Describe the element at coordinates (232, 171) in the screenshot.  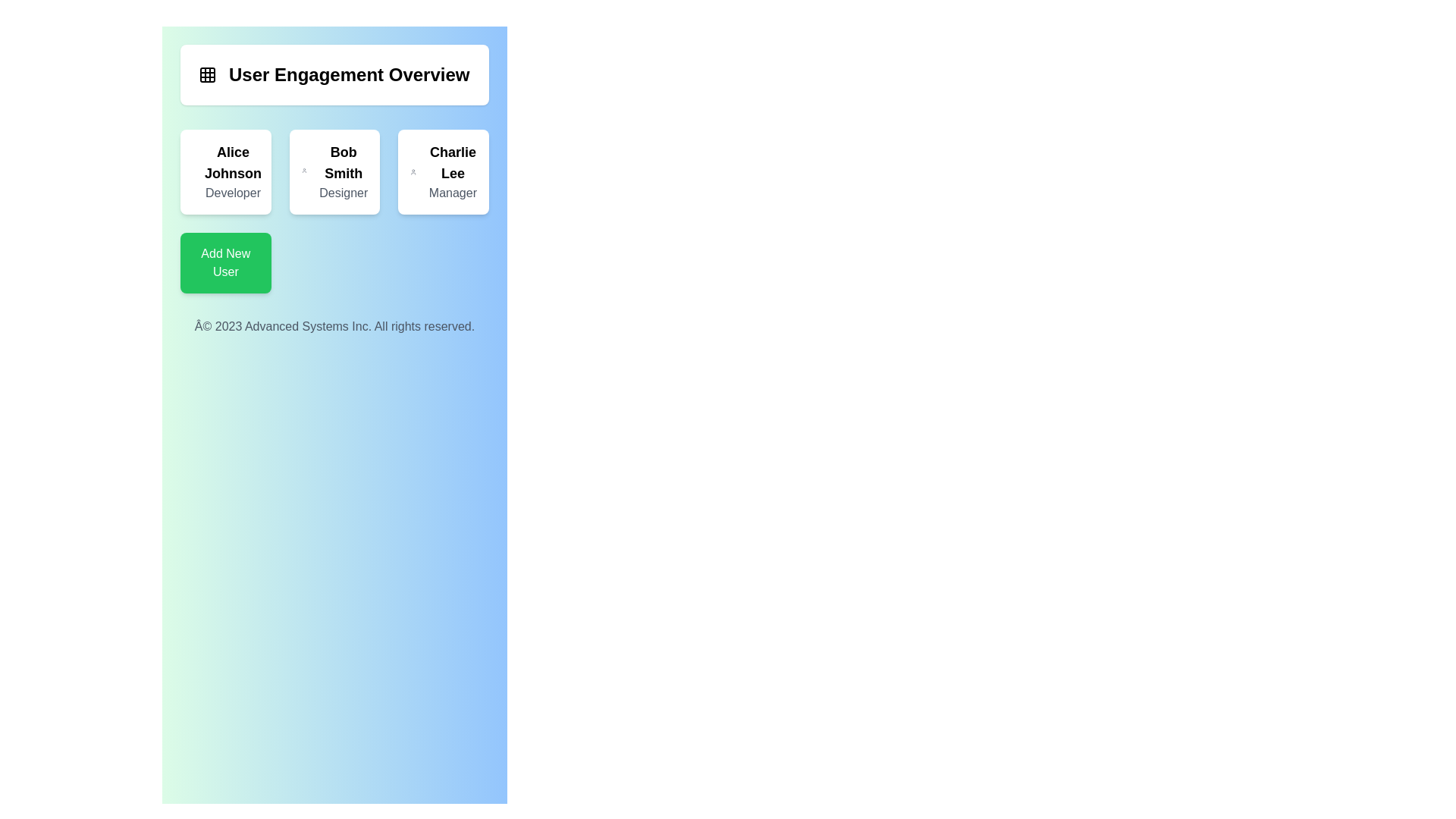
I see `information displayed in the Text label that shows the user's name and role, located in the white card beneath the 'User Engagement Overview' header` at that location.